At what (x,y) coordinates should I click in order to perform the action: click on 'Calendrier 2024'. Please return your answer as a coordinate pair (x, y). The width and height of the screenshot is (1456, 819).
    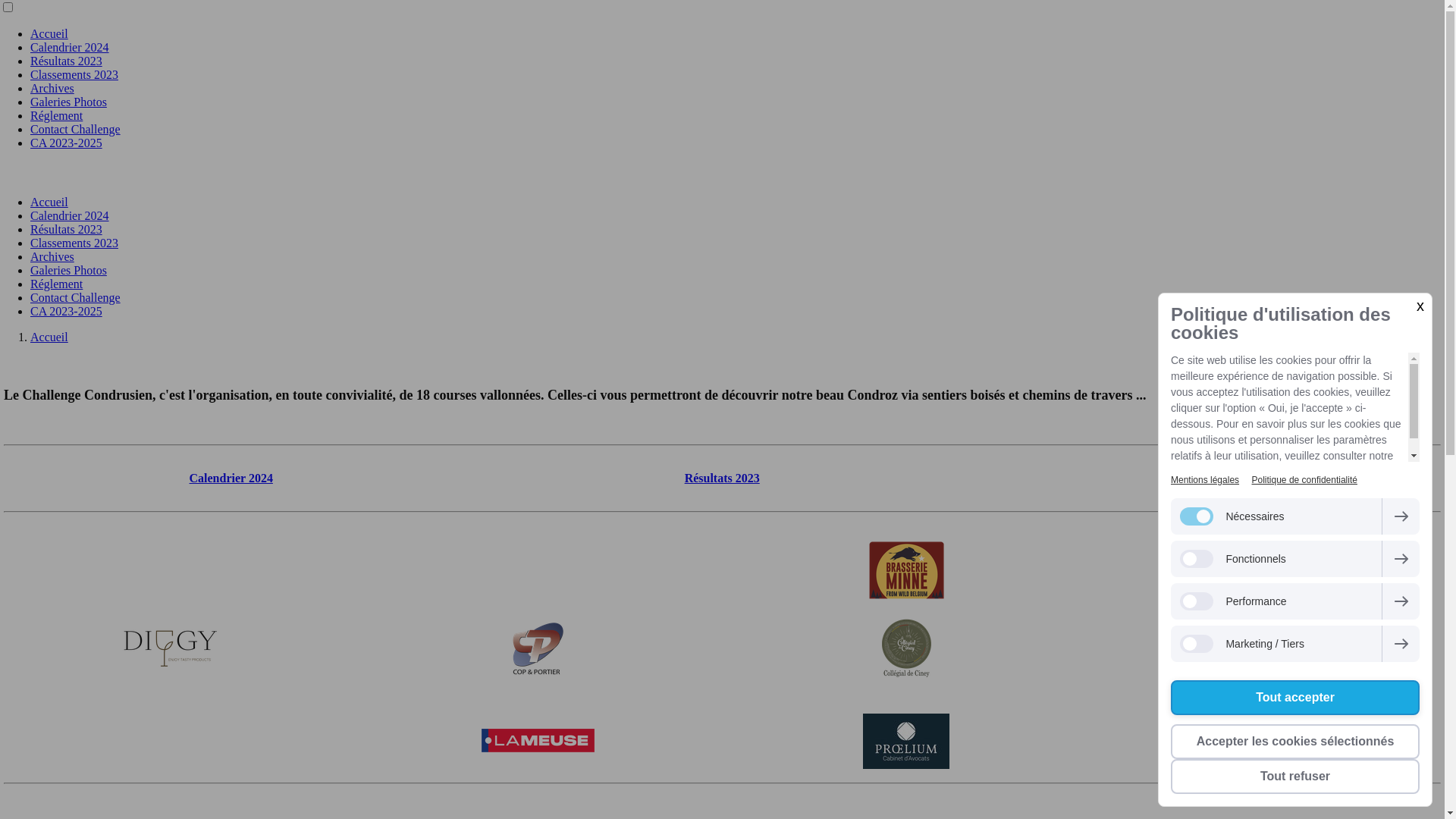
    Looking at the image, I should click on (188, 478).